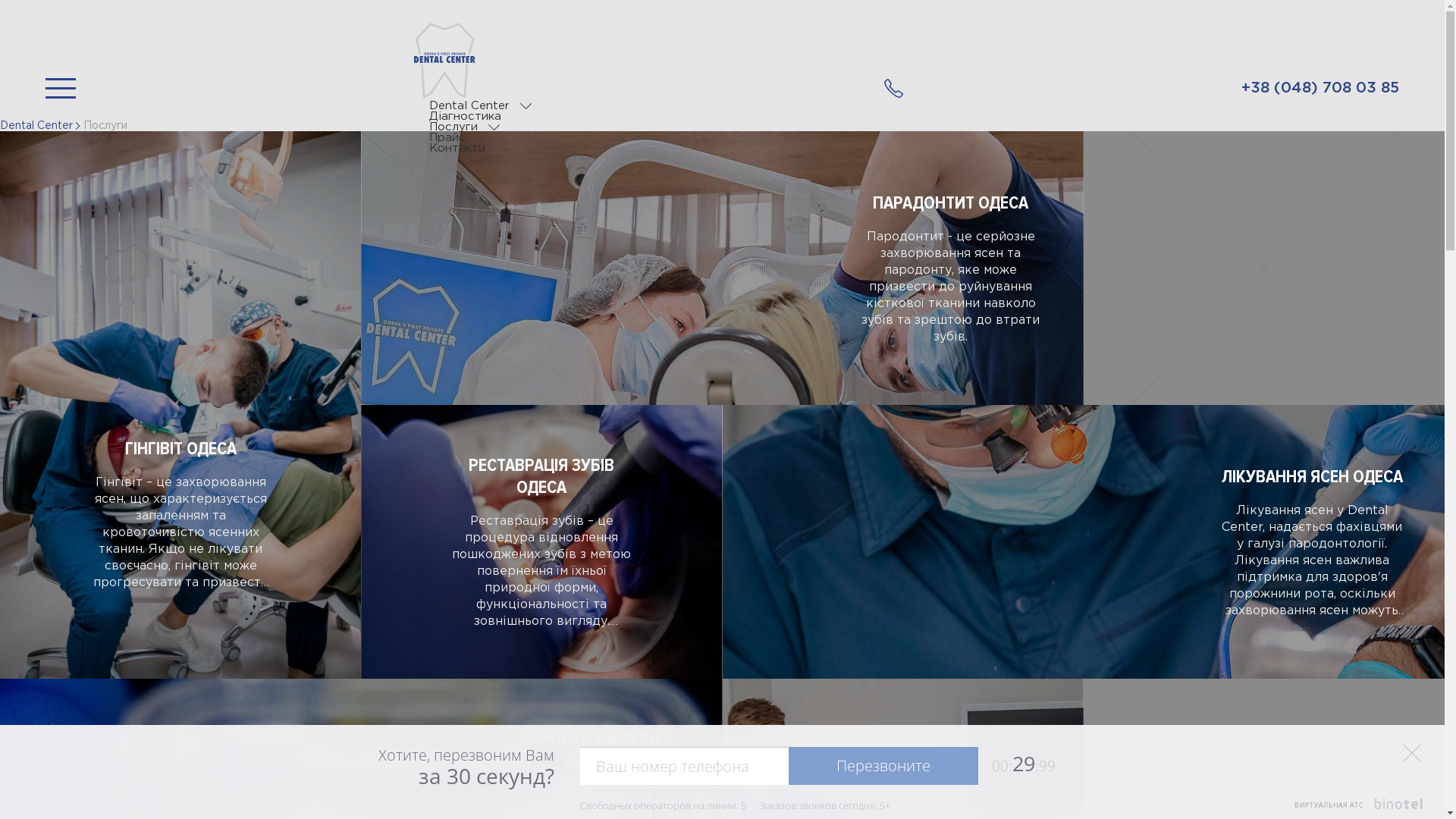 The width and height of the screenshot is (1456, 819). Describe the element at coordinates (36, 124) in the screenshot. I see `'Dental Center'` at that location.